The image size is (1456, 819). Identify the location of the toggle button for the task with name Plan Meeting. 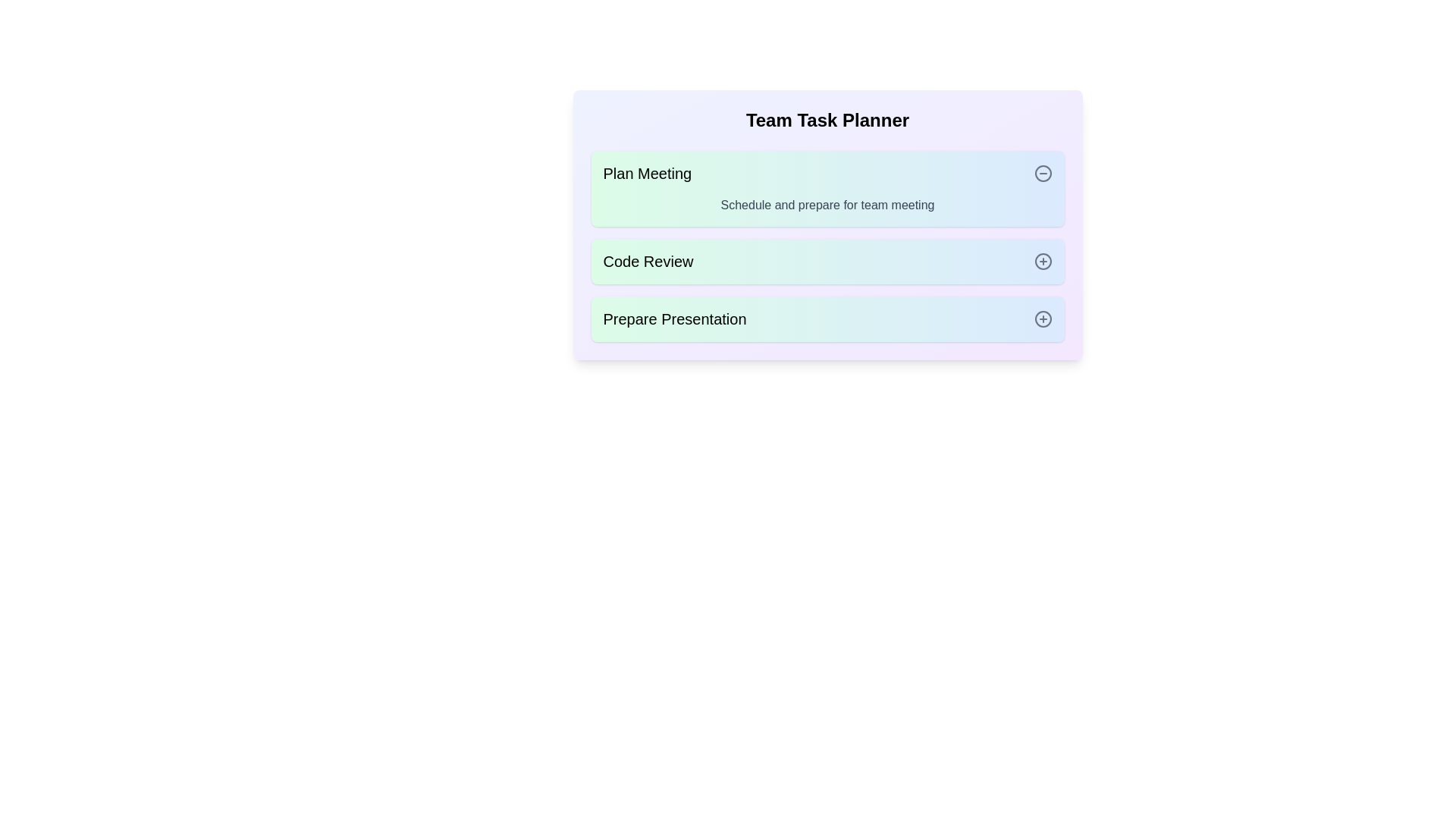
(1042, 172).